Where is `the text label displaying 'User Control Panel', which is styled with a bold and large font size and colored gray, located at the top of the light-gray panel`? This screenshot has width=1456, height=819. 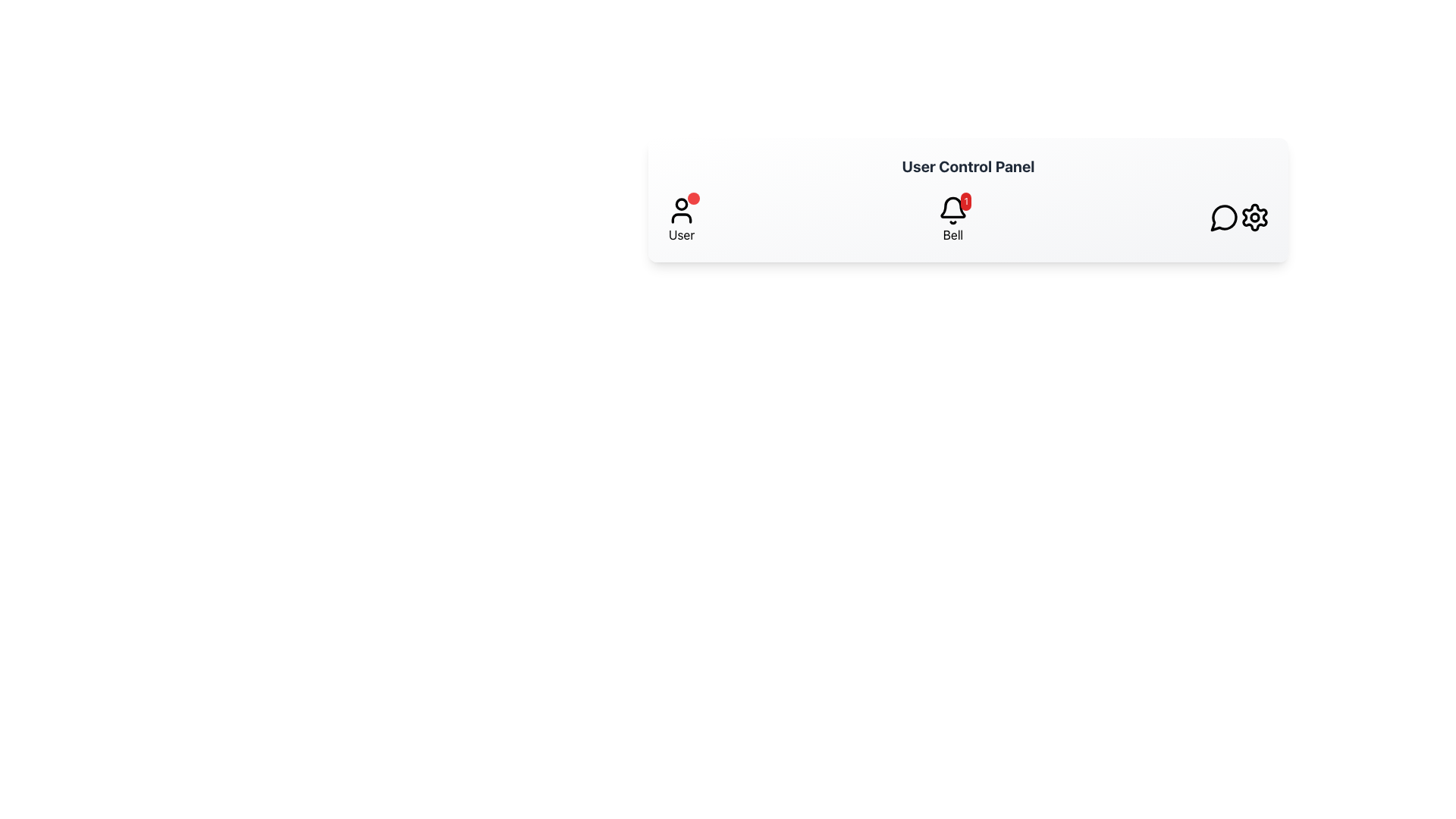
the text label displaying 'User Control Panel', which is styled with a bold and large font size and colored gray, located at the top of the light-gray panel is located at coordinates (967, 166).